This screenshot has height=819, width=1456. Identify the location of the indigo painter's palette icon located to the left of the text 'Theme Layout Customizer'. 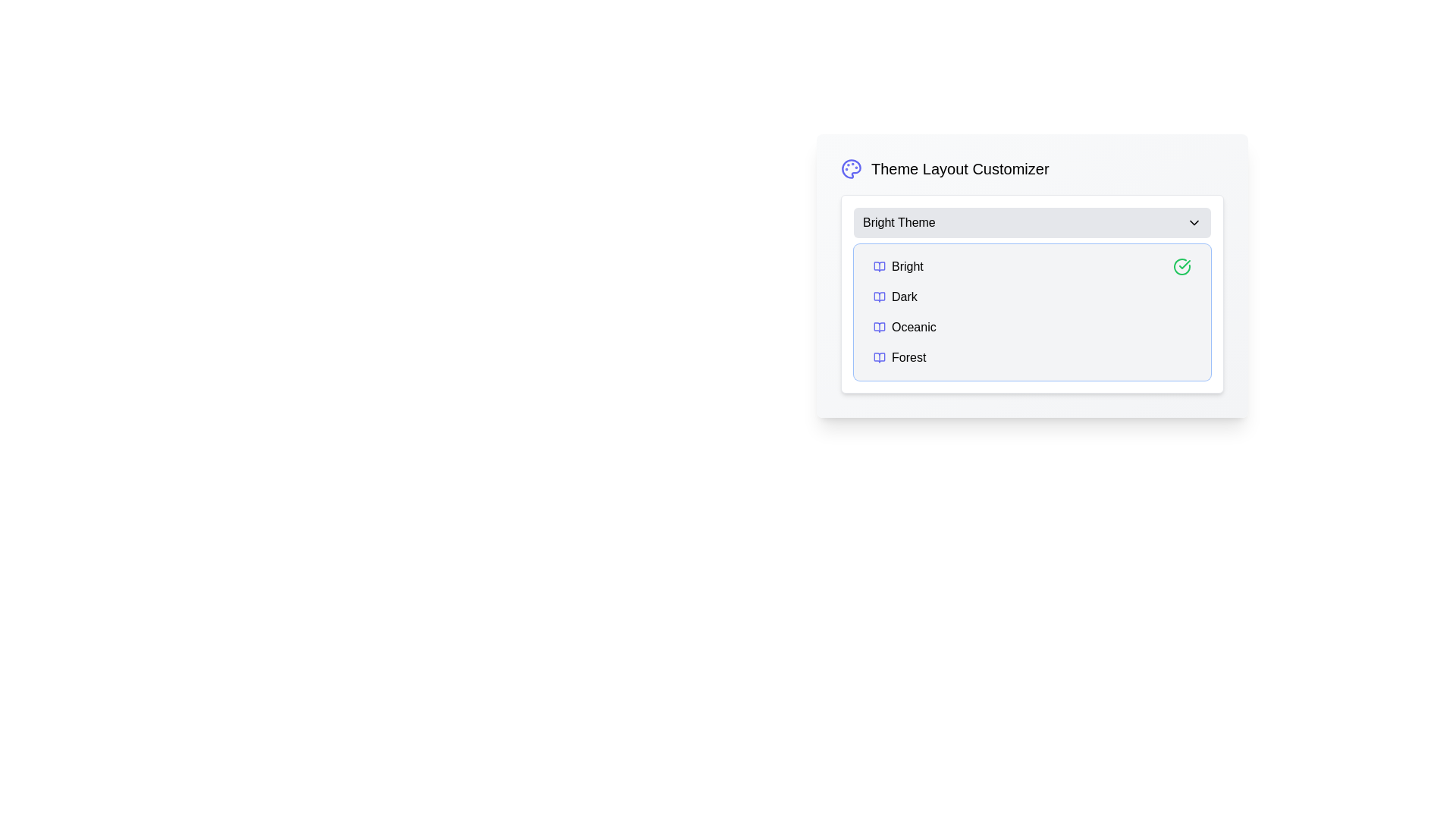
(852, 169).